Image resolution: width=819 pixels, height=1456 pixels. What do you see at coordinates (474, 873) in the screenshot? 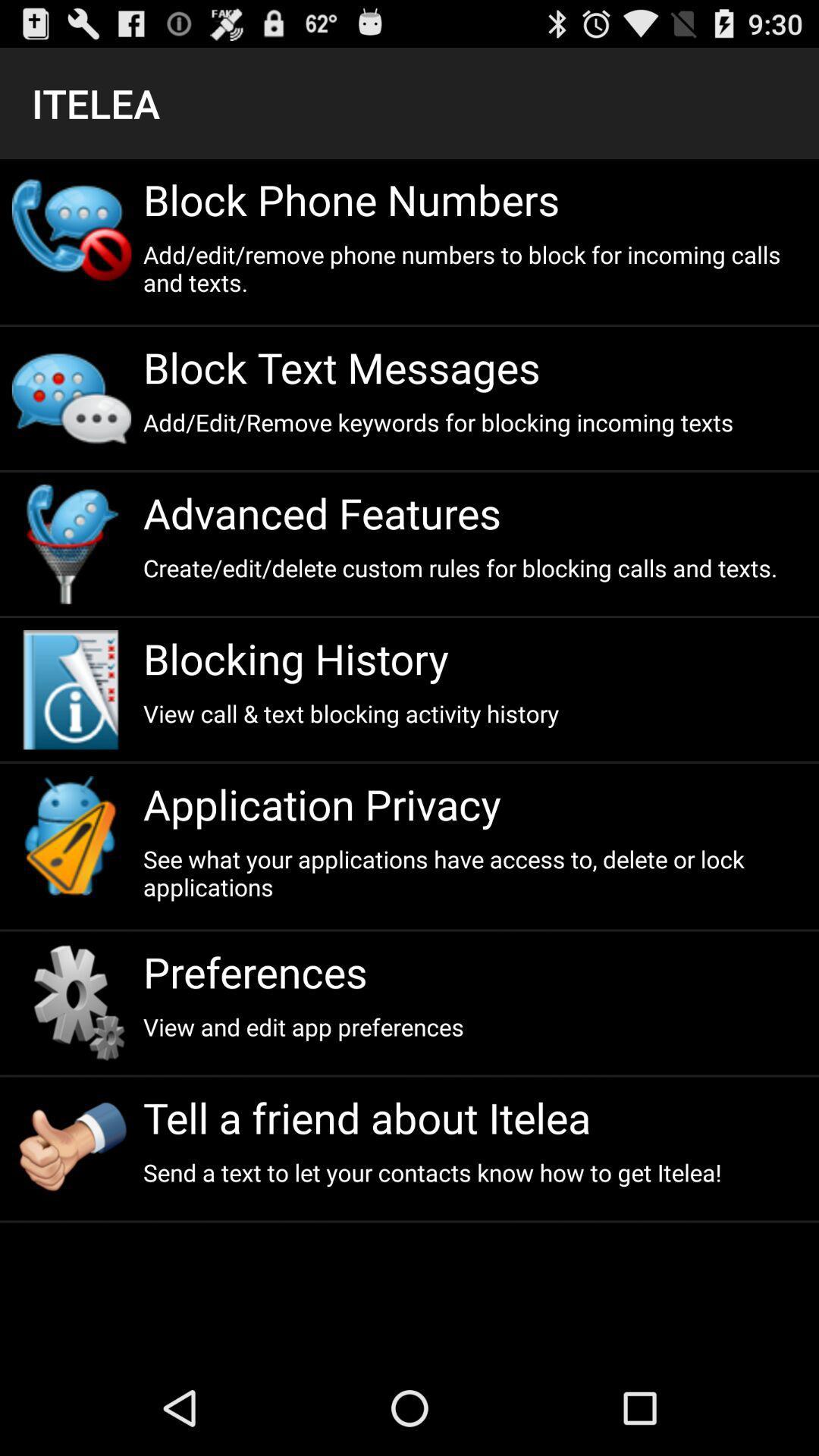
I see `the icon above preferences app` at bounding box center [474, 873].